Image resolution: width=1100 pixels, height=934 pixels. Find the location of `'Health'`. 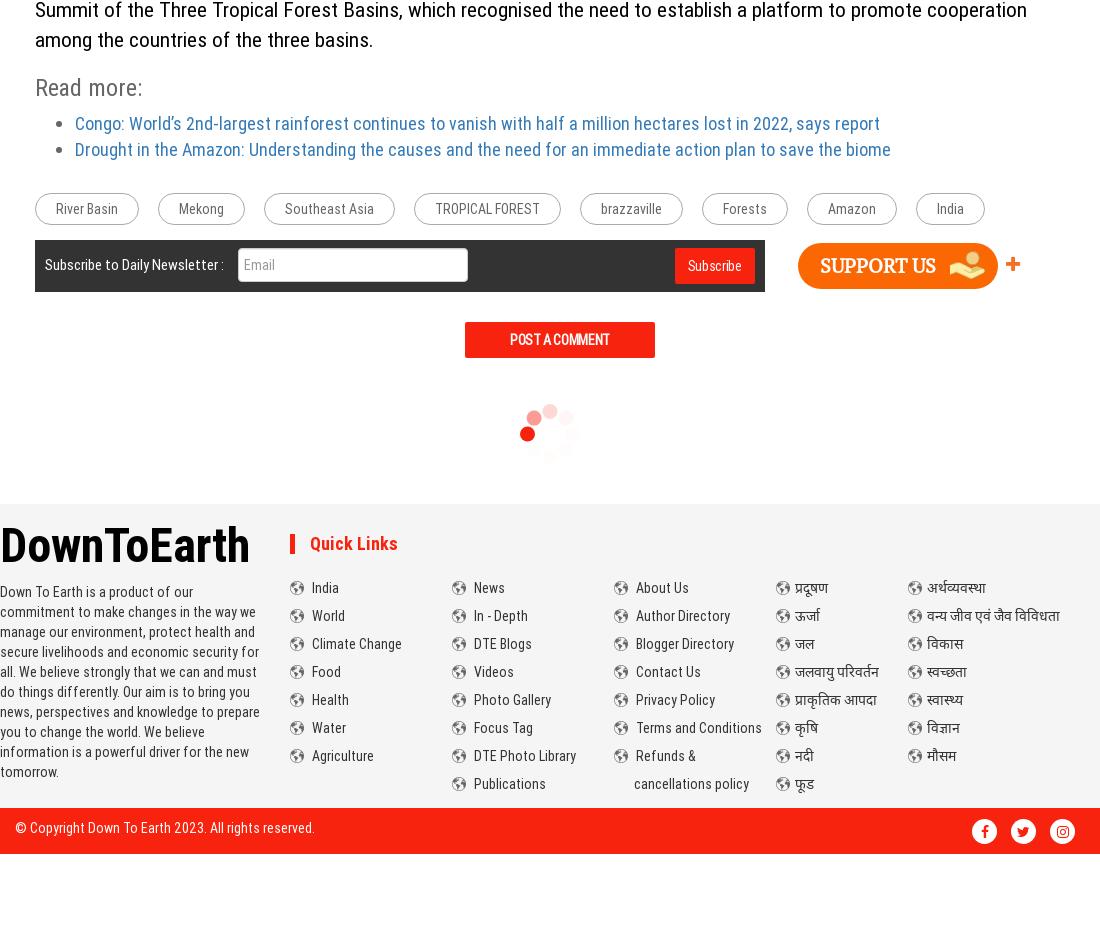

'Health' is located at coordinates (328, 699).